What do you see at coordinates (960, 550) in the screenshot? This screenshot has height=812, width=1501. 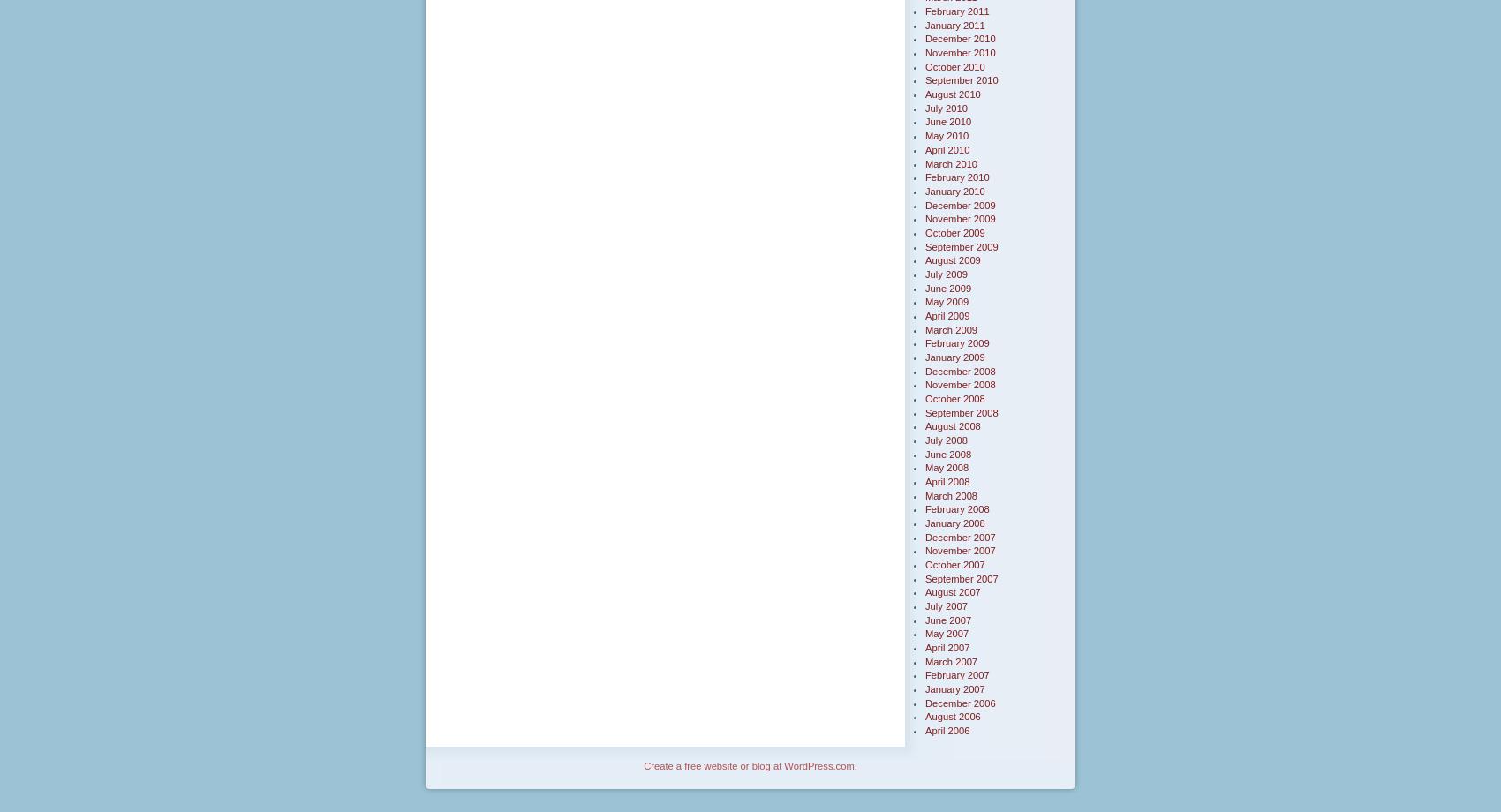 I see `'November 2007'` at bounding box center [960, 550].